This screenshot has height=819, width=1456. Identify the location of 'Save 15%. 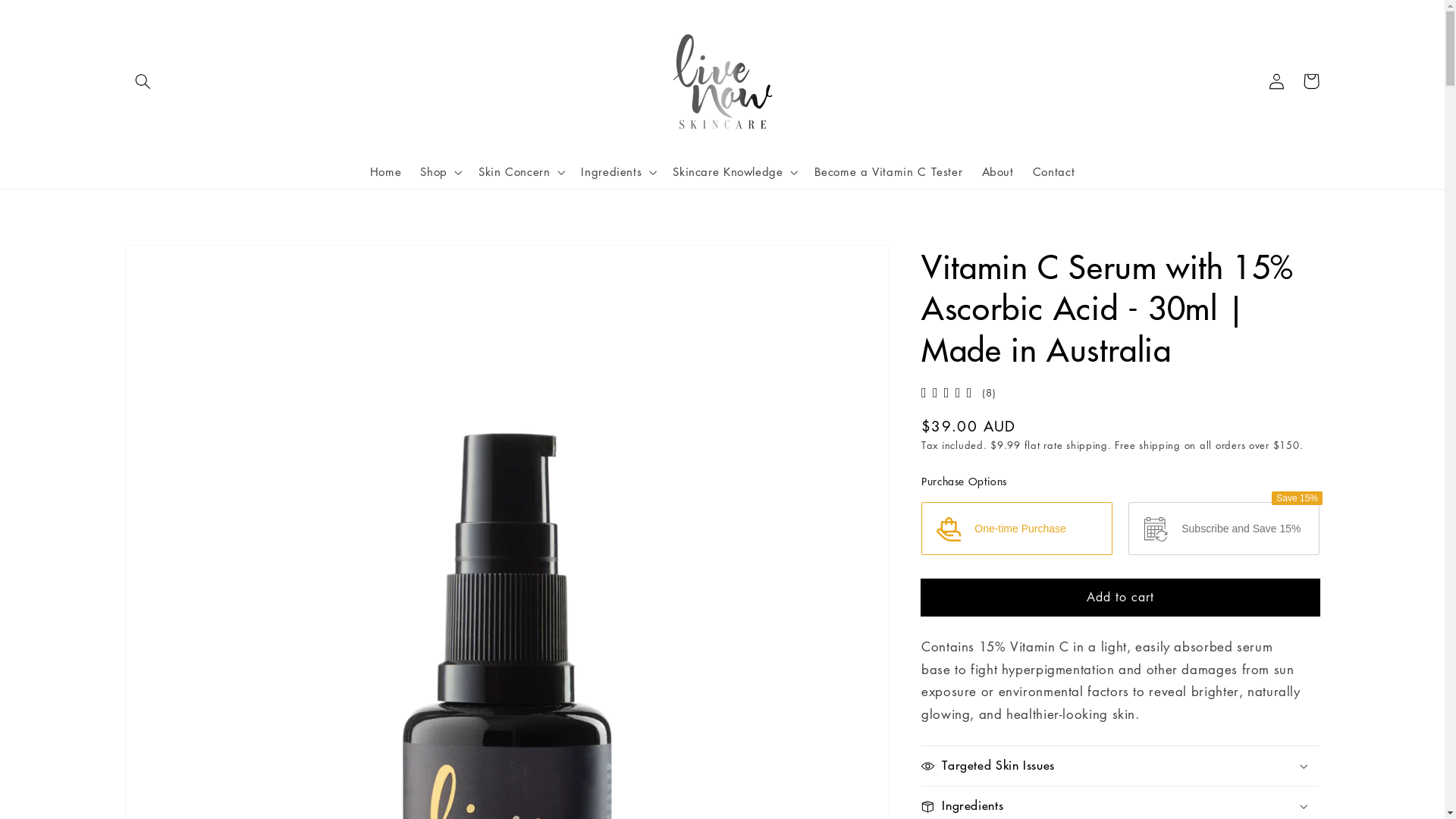
(1128, 529).